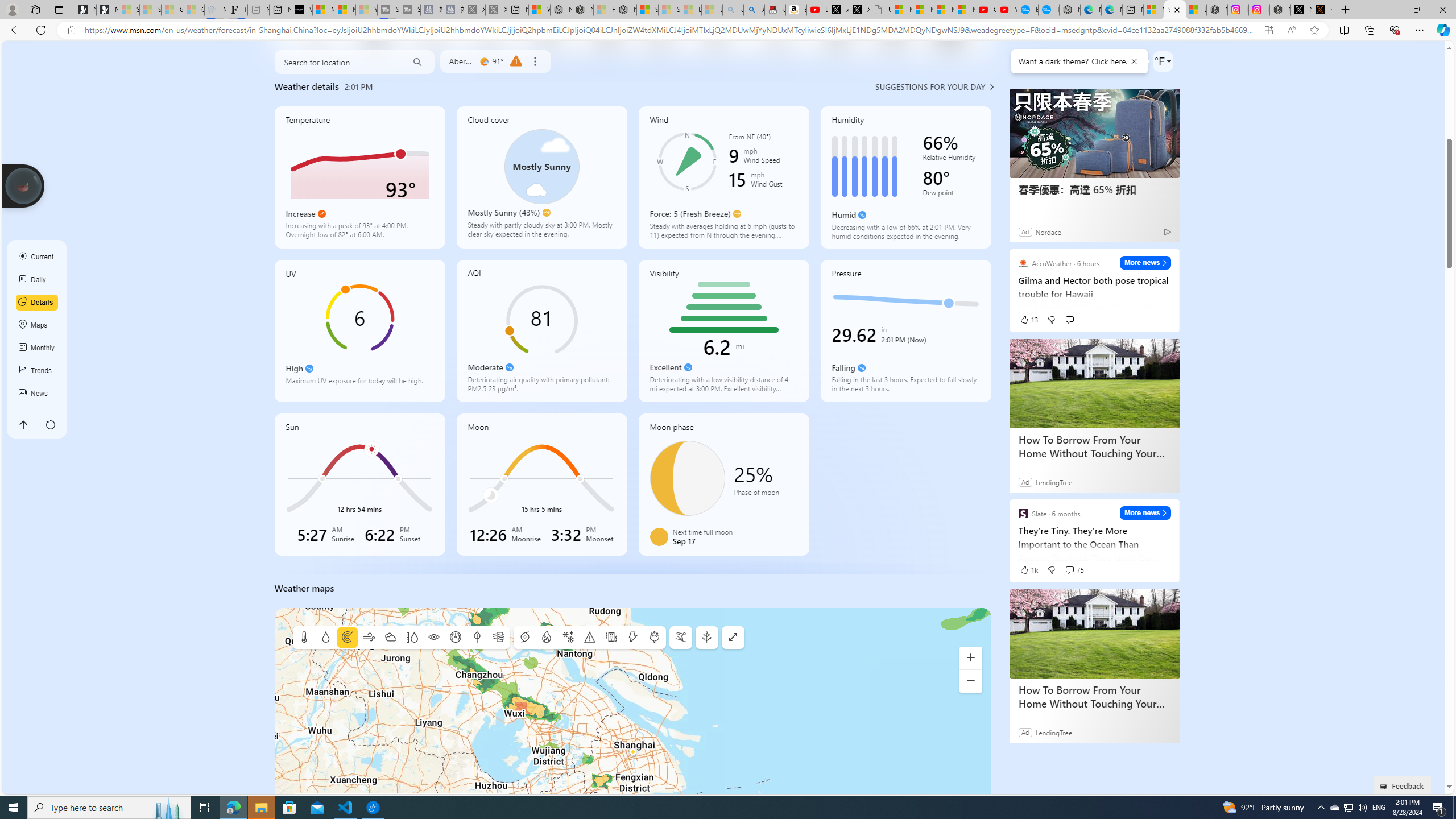  I want to click on 'Current', so click(37, 257).